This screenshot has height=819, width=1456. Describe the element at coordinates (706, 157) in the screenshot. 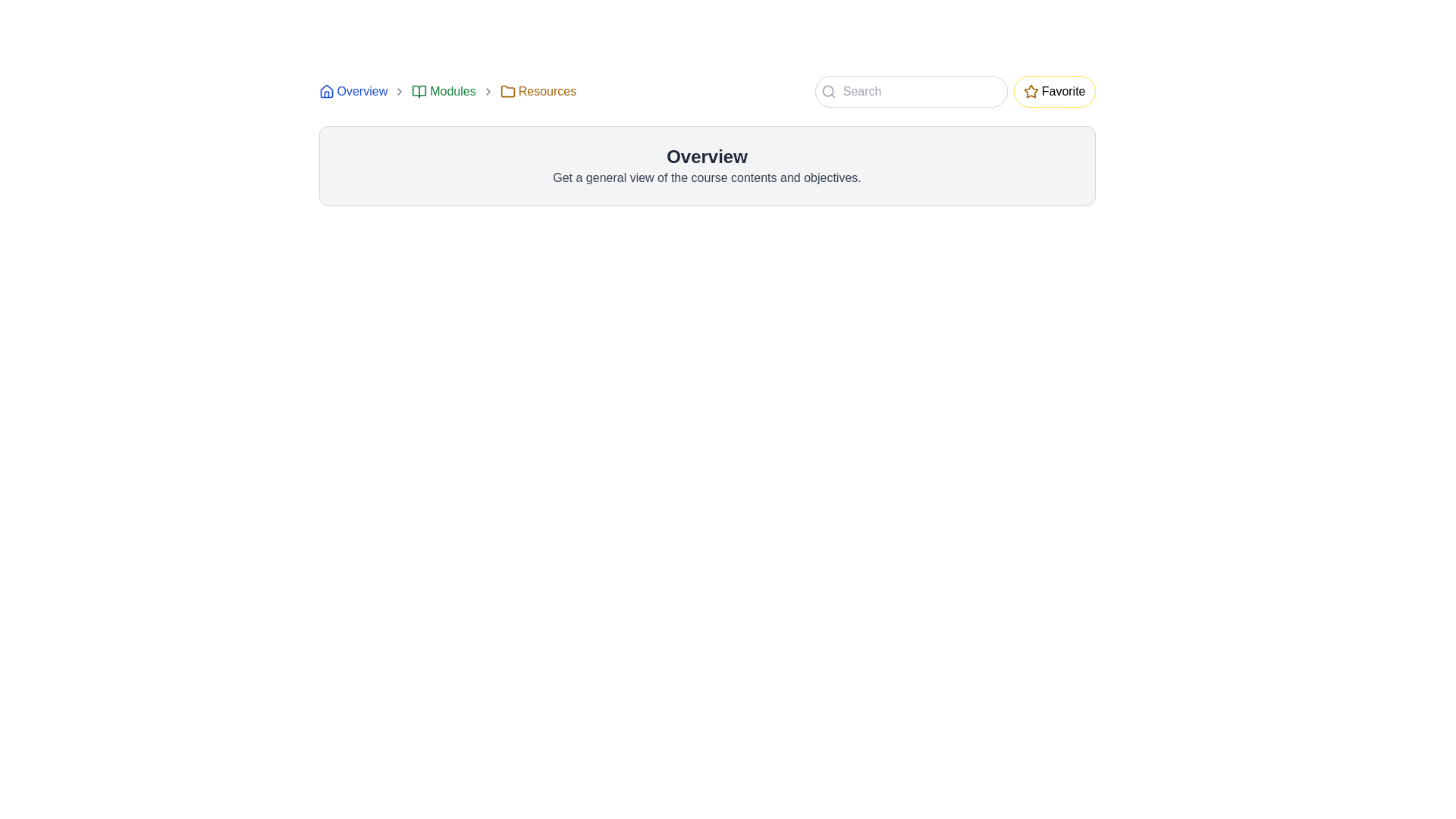

I see `the Text Label element that serves` at that location.